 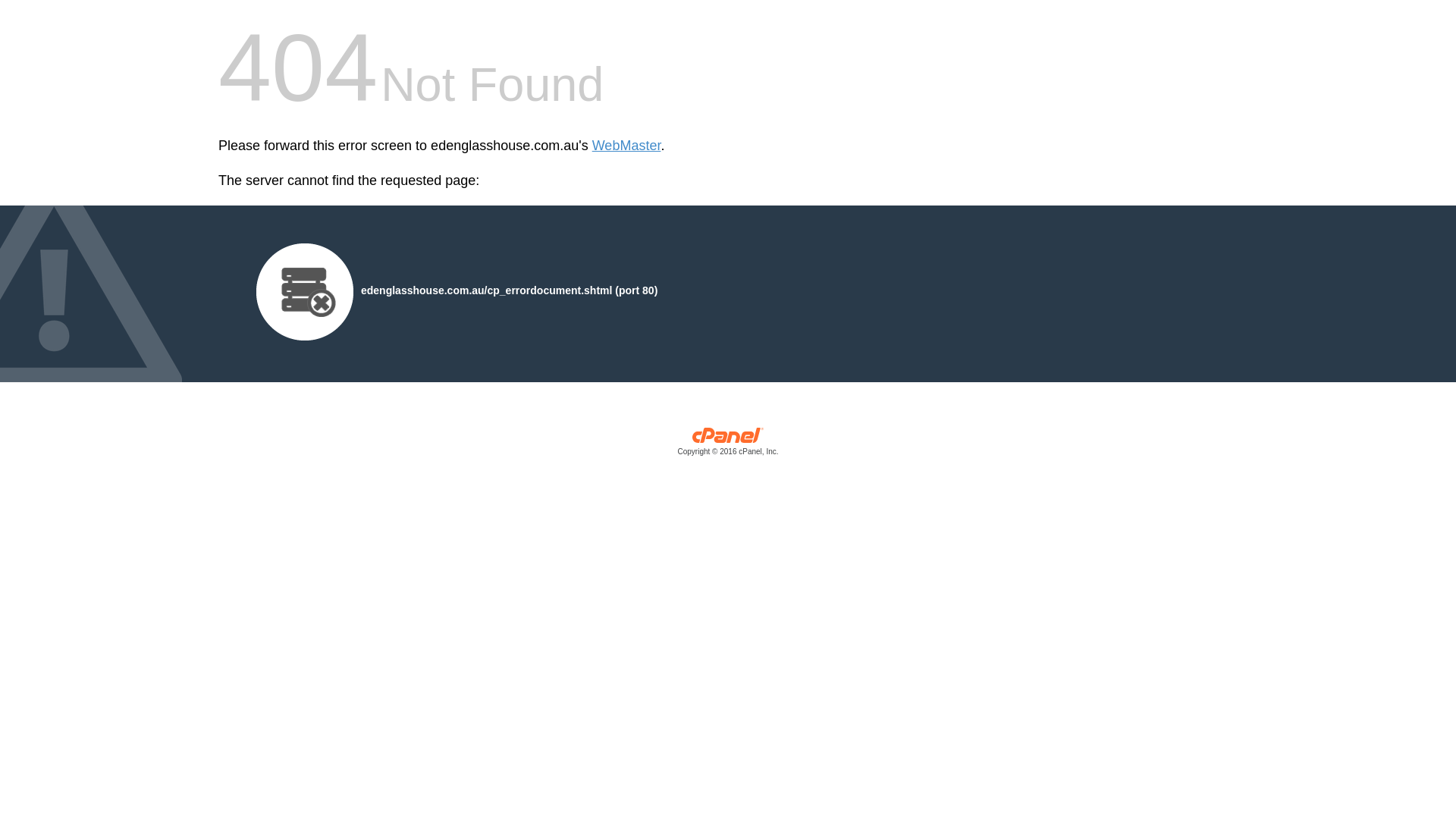 What do you see at coordinates (591, 146) in the screenshot?
I see `'WebMaster'` at bounding box center [591, 146].